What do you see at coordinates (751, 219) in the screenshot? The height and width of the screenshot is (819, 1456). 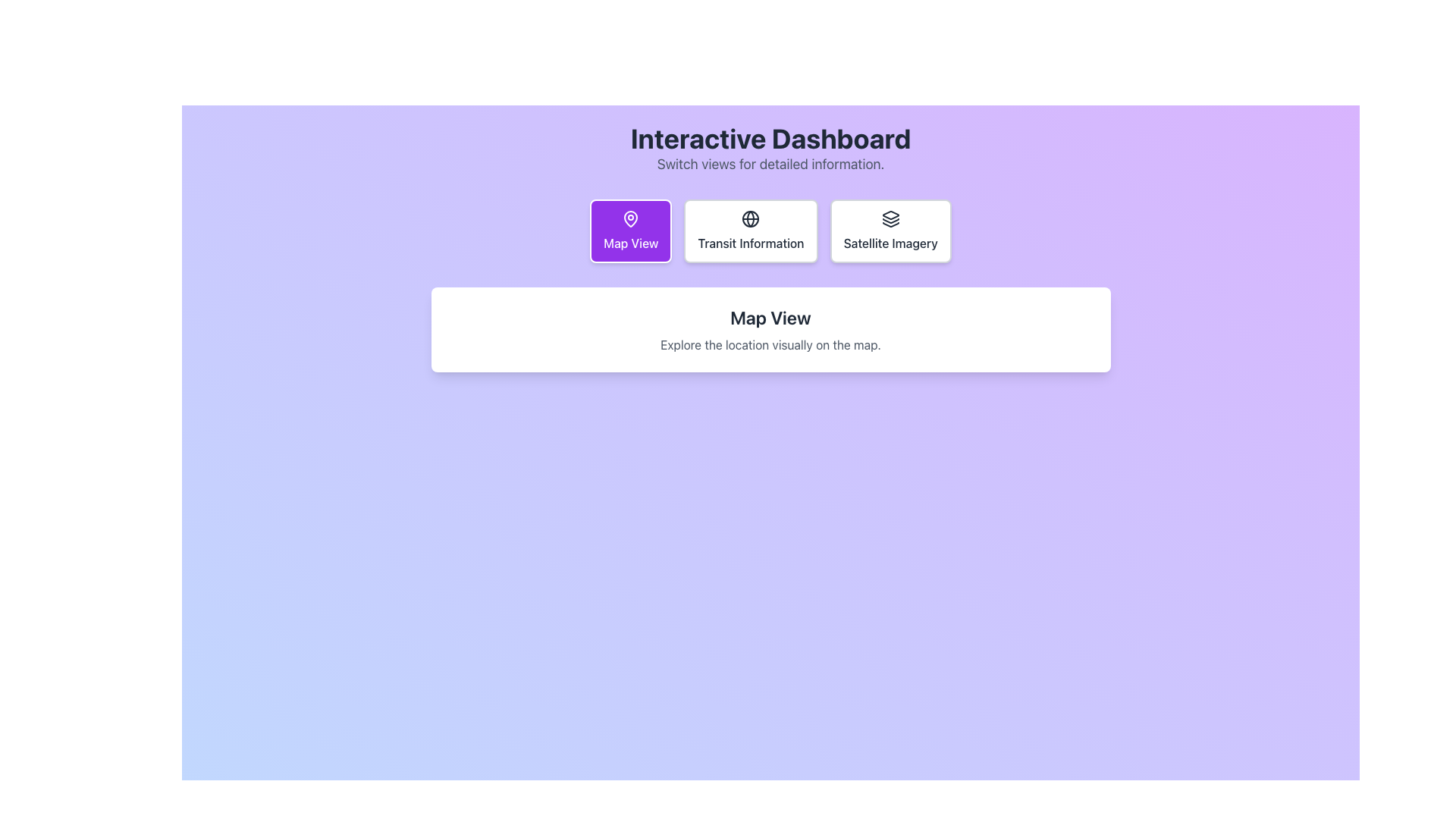 I see `the circular globe icon within the 'Transit Information' button, which is black in color and stylized to represent the Earth` at bounding box center [751, 219].